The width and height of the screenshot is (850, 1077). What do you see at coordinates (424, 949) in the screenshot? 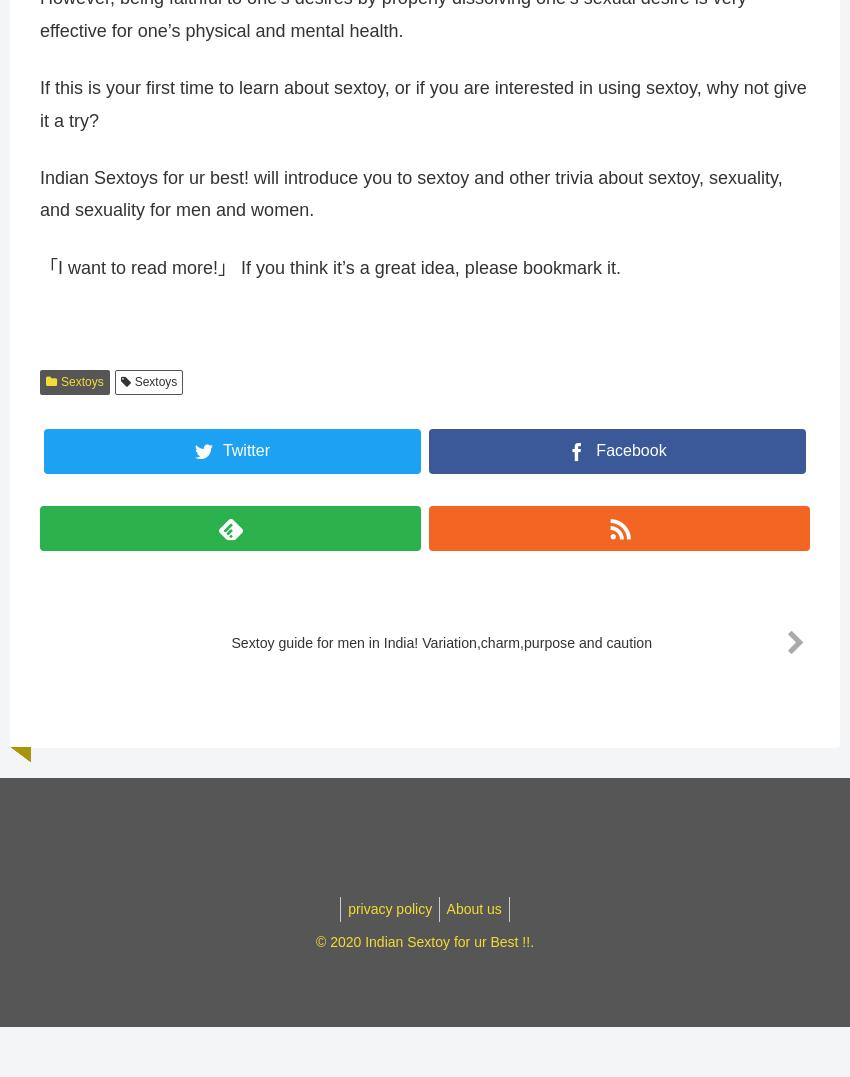
I see `'© 2020 Indian Sextoy for ur Best !!.'` at bounding box center [424, 949].